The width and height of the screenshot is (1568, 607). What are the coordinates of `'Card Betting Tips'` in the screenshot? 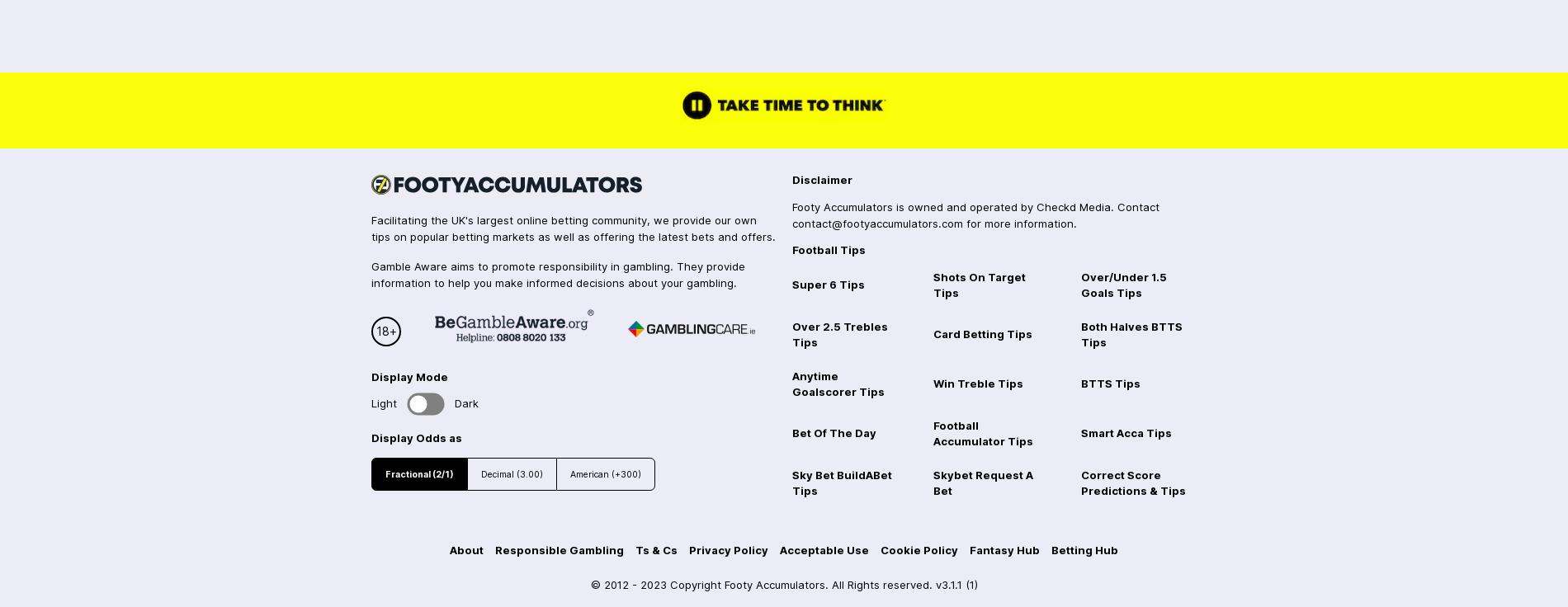 It's located at (980, 333).